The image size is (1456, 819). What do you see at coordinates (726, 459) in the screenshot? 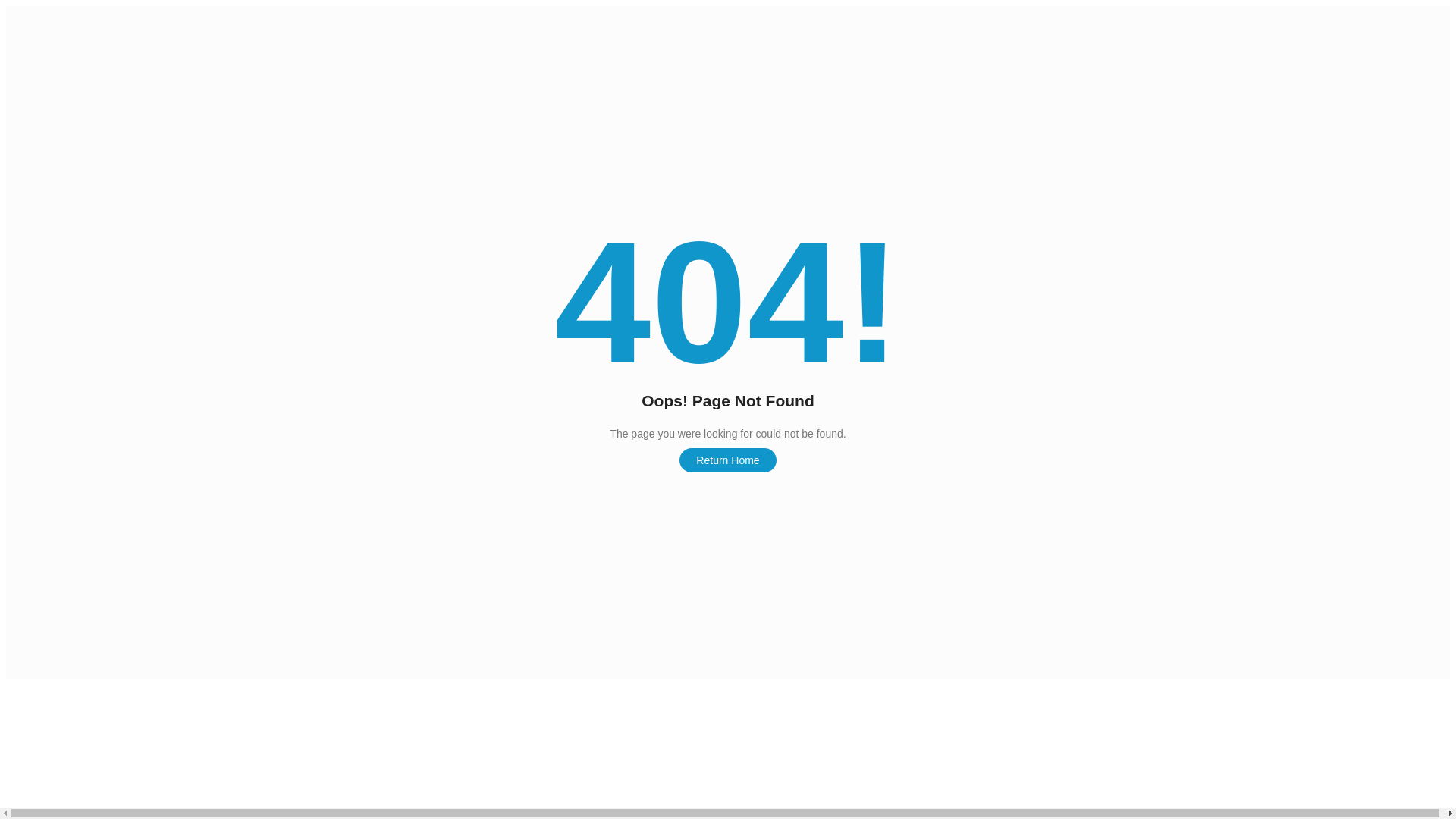
I see `'Return Home'` at bounding box center [726, 459].